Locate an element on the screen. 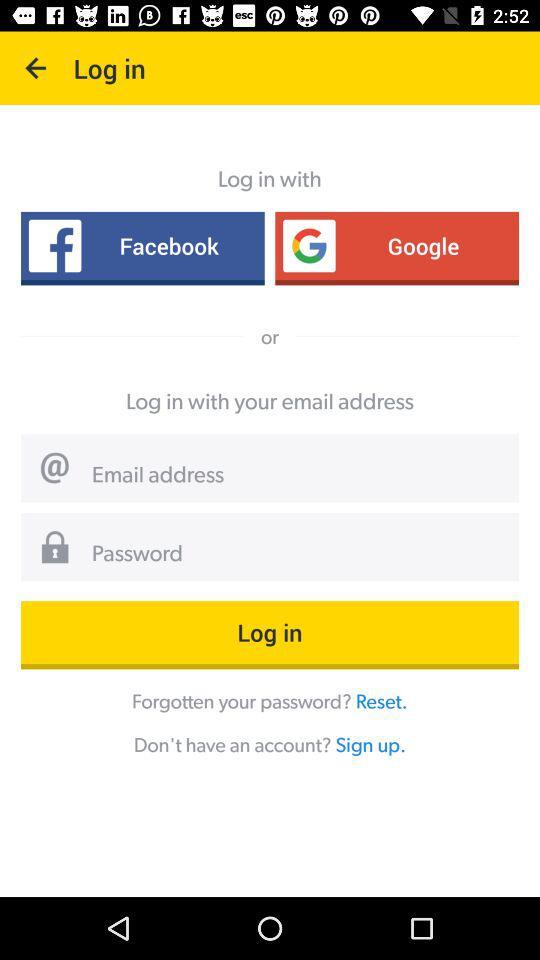  the icon next to log in icon is located at coordinates (36, 68).